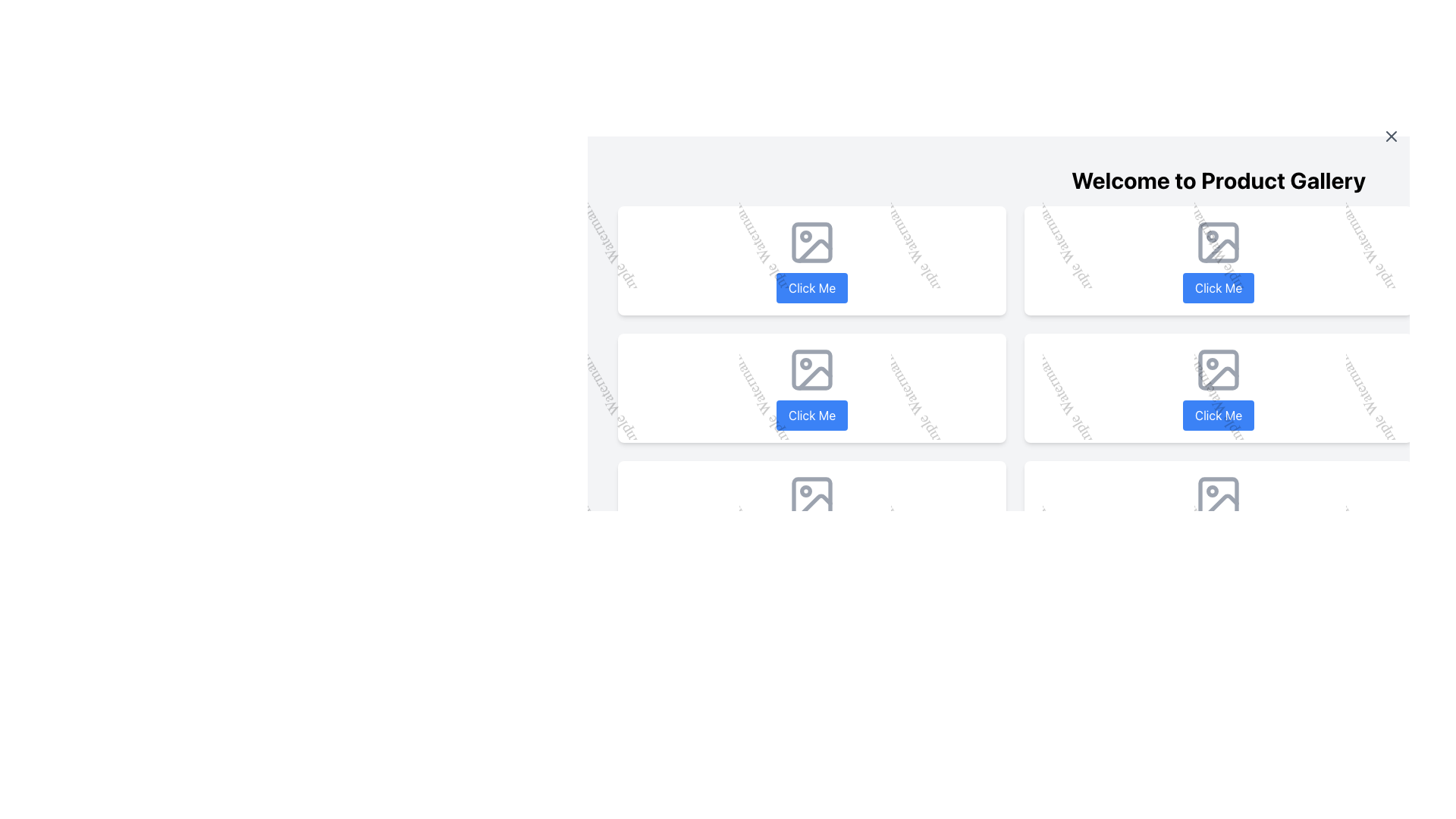 The image size is (1456, 819). I want to click on the Close Button (X icon) located at the top-right corner of the interface to potentially change its appearance, so click(1391, 136).